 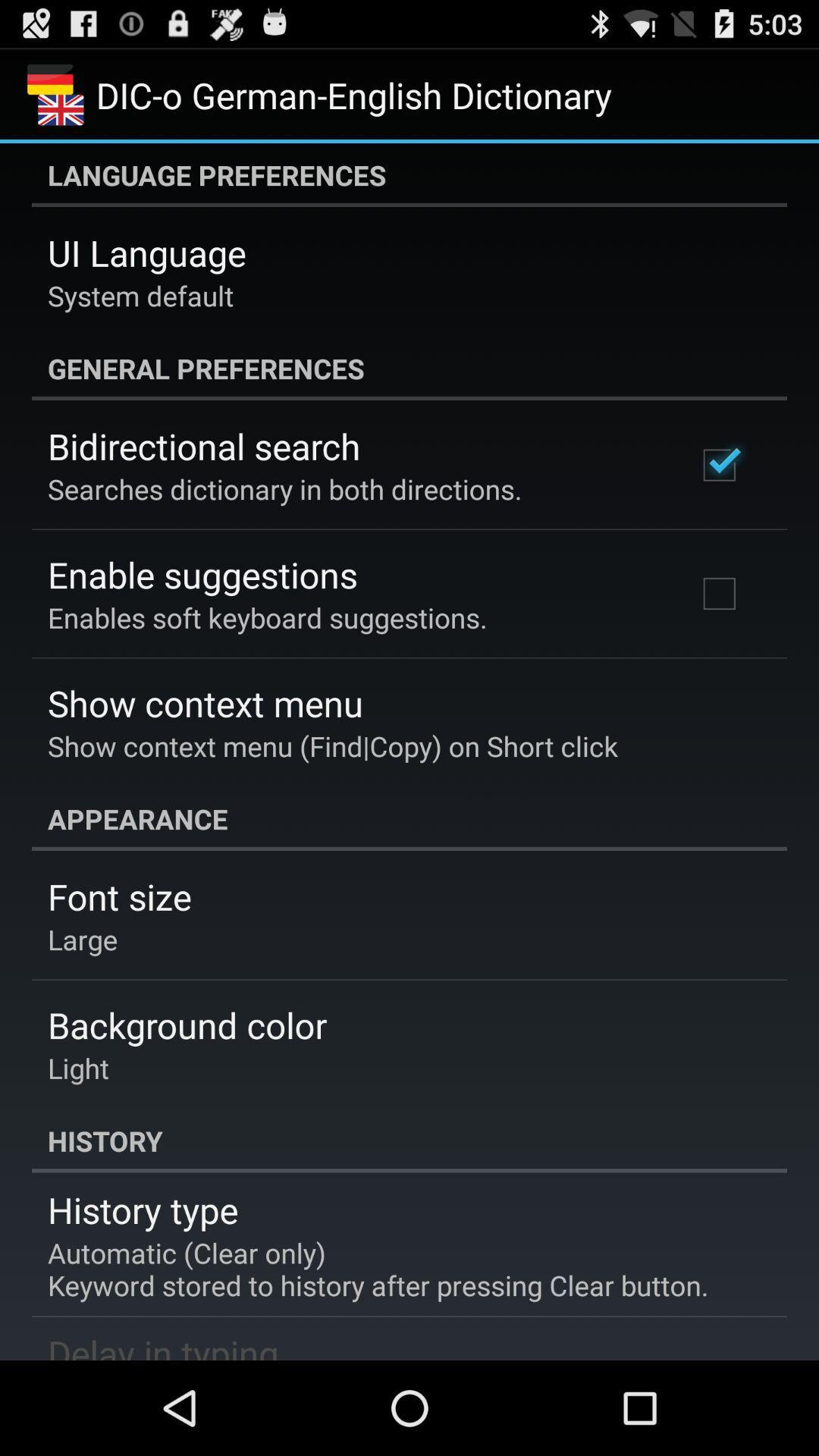 I want to click on icon above the large app, so click(x=118, y=896).